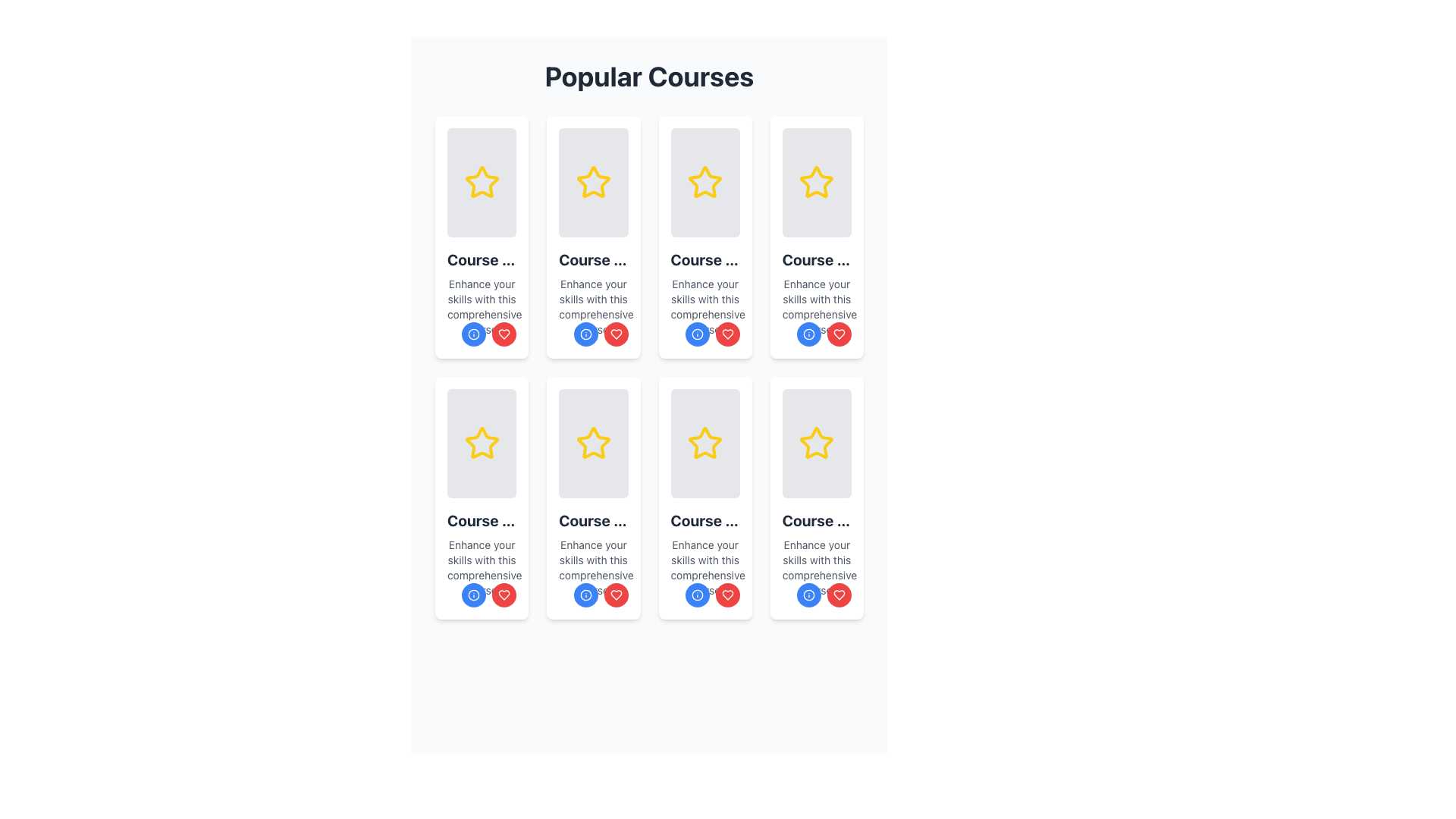 The width and height of the screenshot is (1456, 819). I want to click on the heart icon within the button on the course card, so click(839, 333).